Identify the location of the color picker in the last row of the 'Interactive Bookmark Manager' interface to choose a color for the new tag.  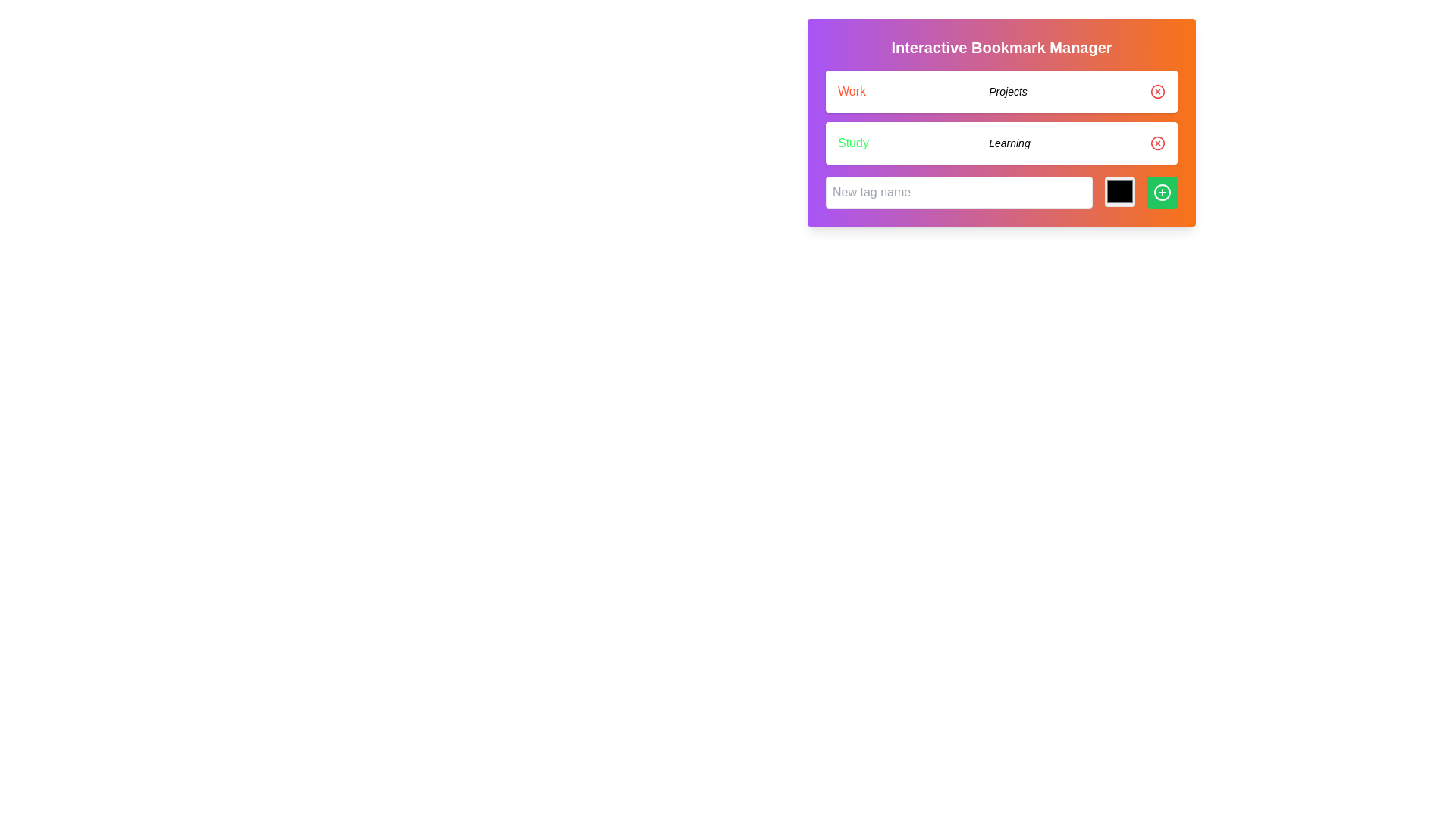
(1001, 192).